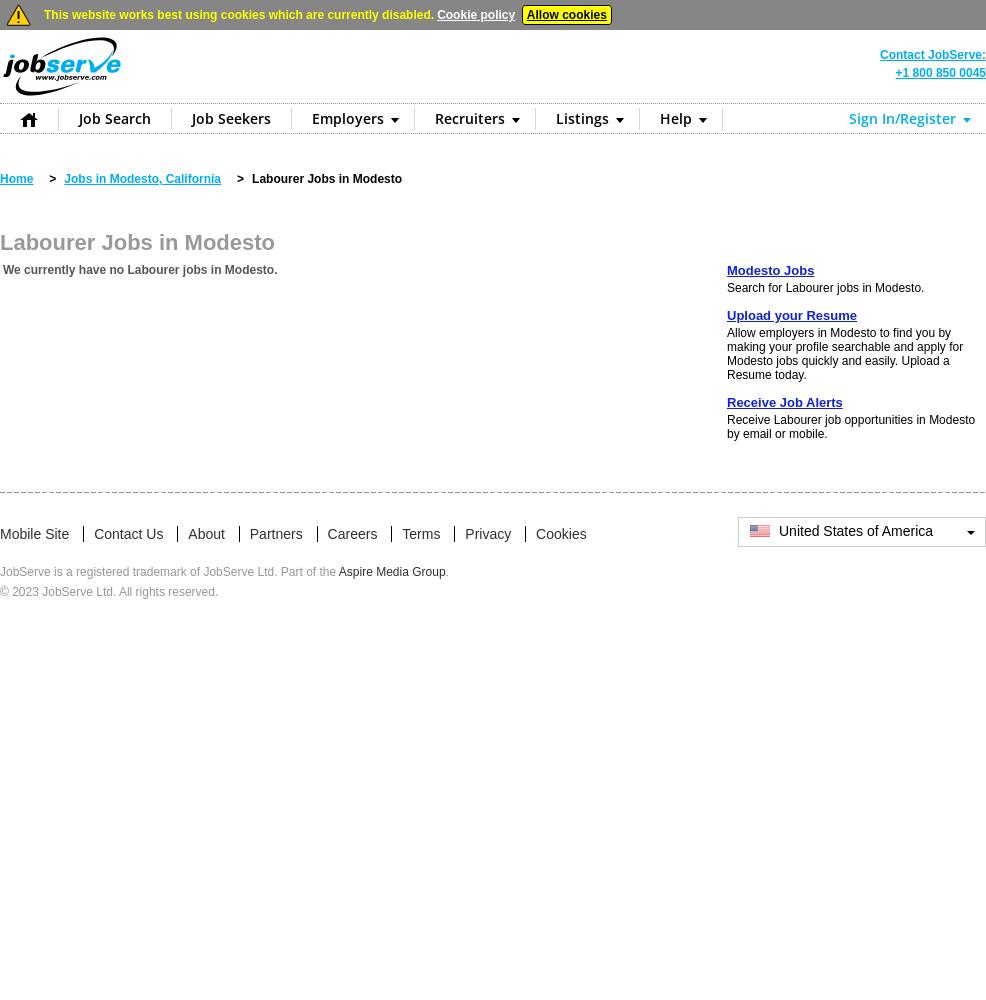 The width and height of the screenshot is (986, 1000). I want to click on 'Terms', so click(421, 534).